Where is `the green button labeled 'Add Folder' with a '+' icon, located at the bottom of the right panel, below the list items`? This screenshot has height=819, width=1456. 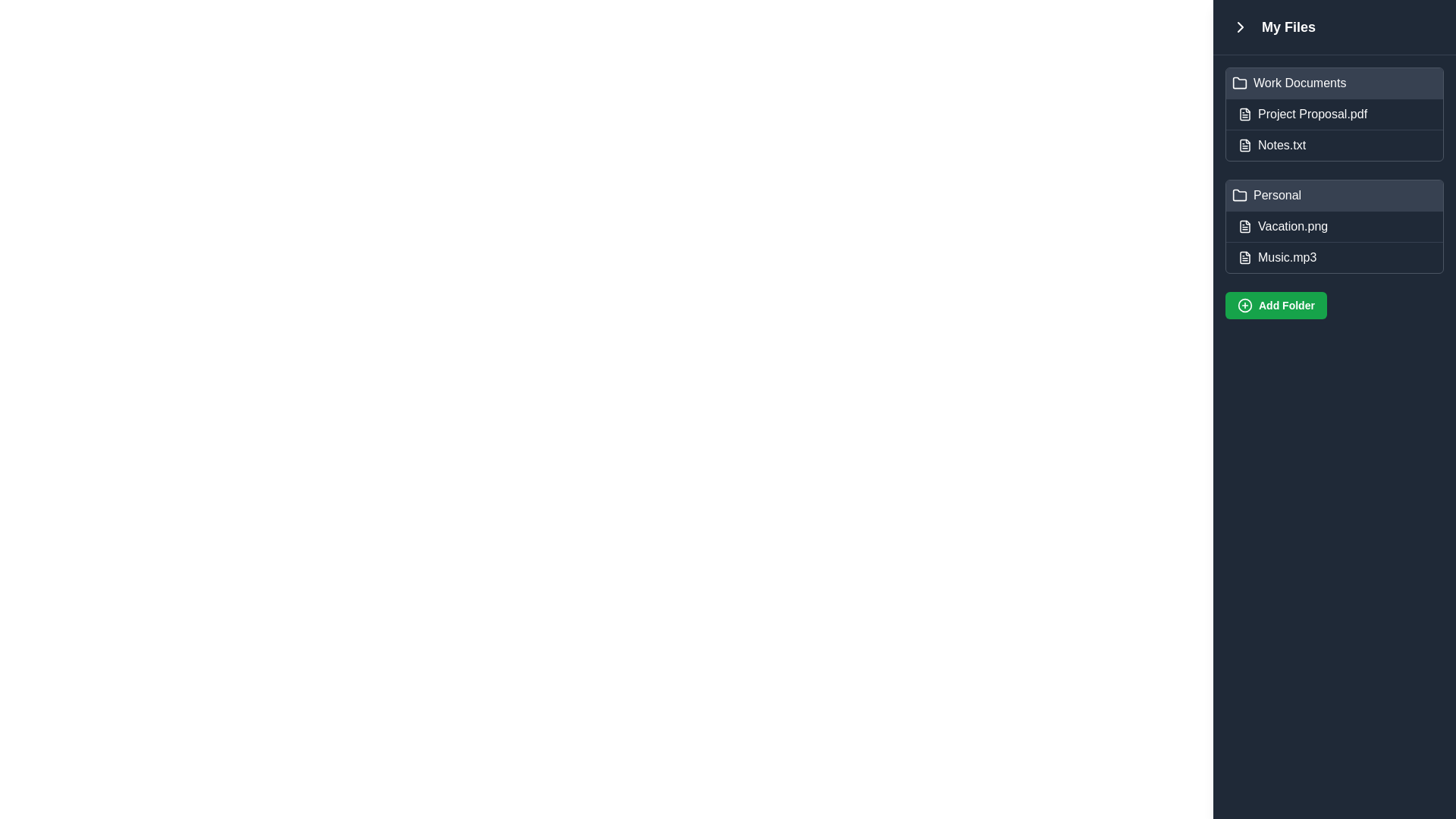
the green button labeled 'Add Folder' with a '+' icon, located at the bottom of the right panel, below the list items is located at coordinates (1275, 305).